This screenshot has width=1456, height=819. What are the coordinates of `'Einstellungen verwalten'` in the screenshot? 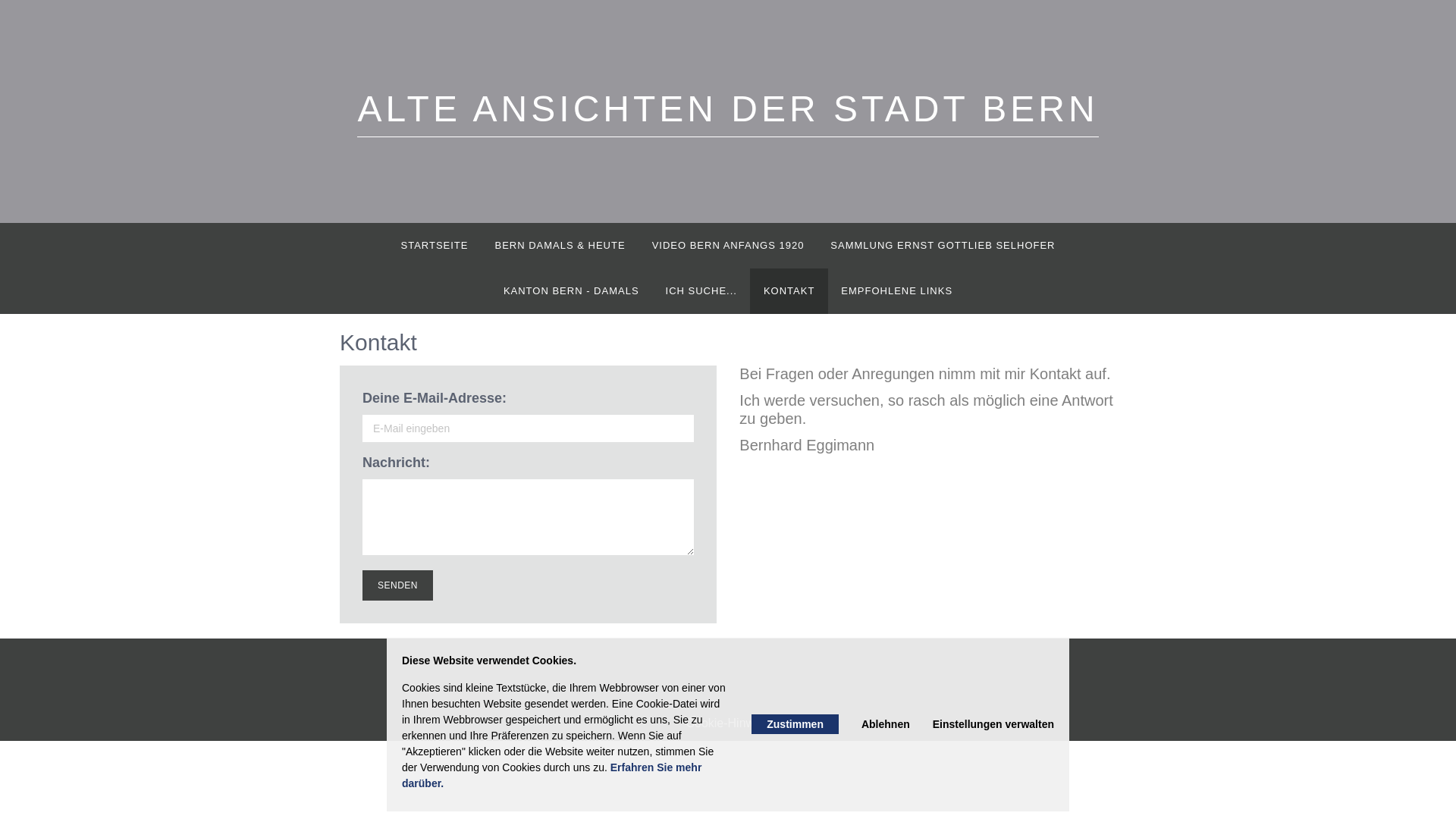 It's located at (993, 723).